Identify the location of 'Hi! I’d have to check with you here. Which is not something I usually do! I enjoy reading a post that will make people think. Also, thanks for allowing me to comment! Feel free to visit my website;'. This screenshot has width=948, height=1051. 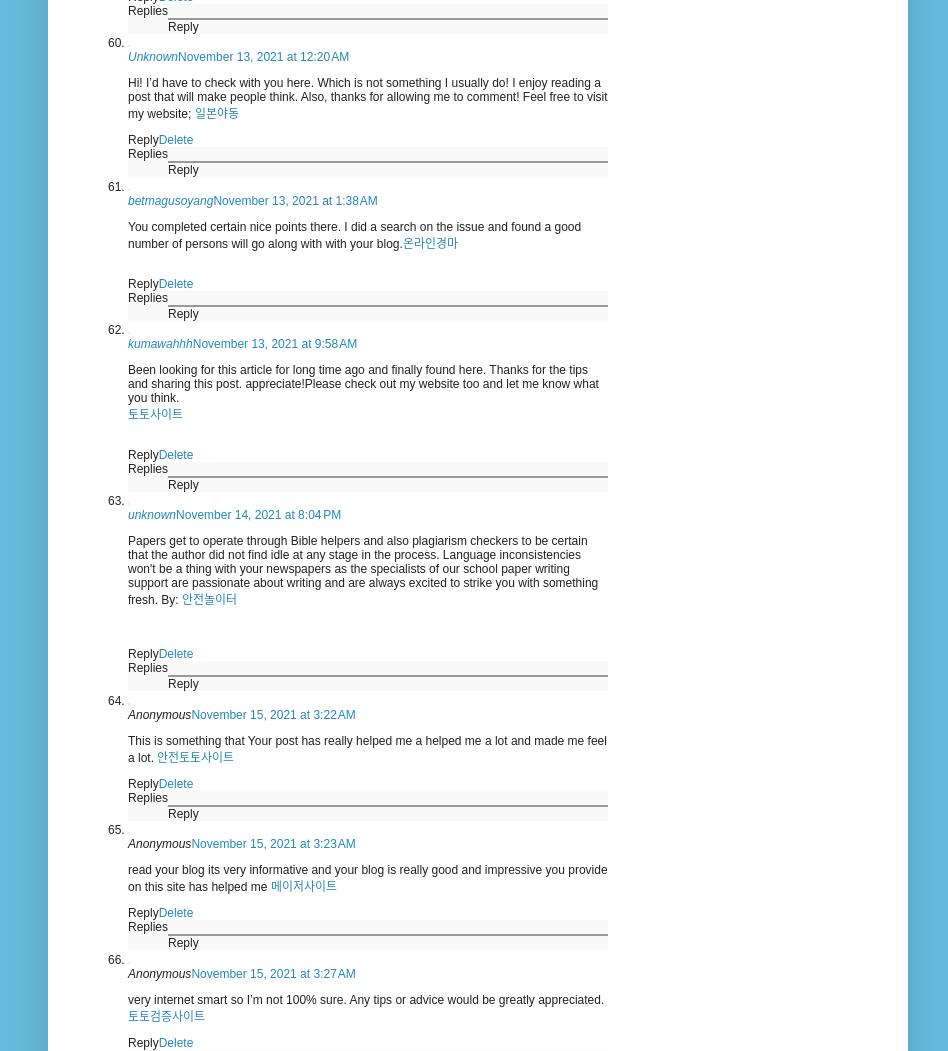
(126, 98).